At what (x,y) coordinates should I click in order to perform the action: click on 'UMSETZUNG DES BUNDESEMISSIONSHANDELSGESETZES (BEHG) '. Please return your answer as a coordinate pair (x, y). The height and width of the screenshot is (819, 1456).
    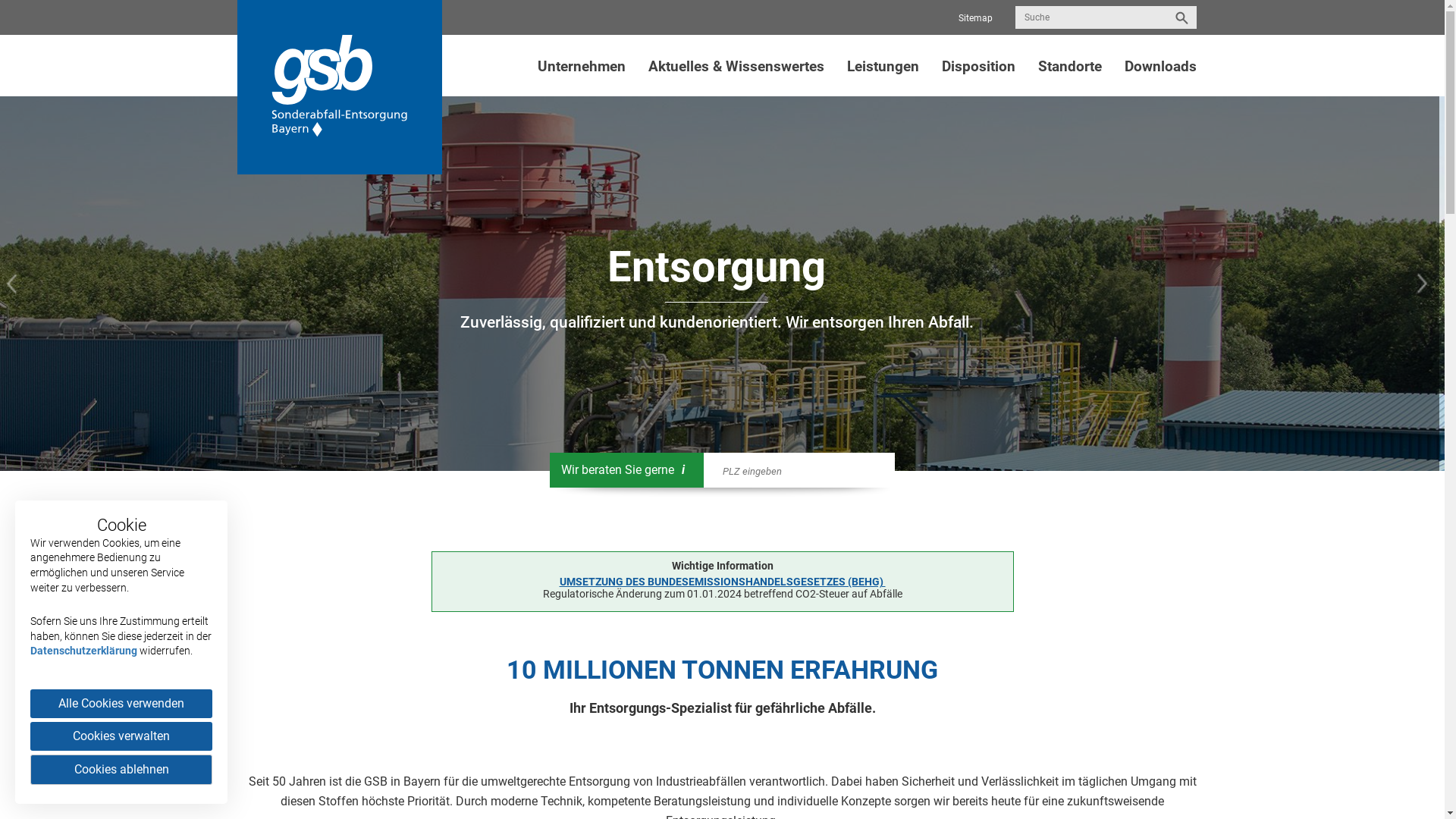
    Looking at the image, I should click on (722, 581).